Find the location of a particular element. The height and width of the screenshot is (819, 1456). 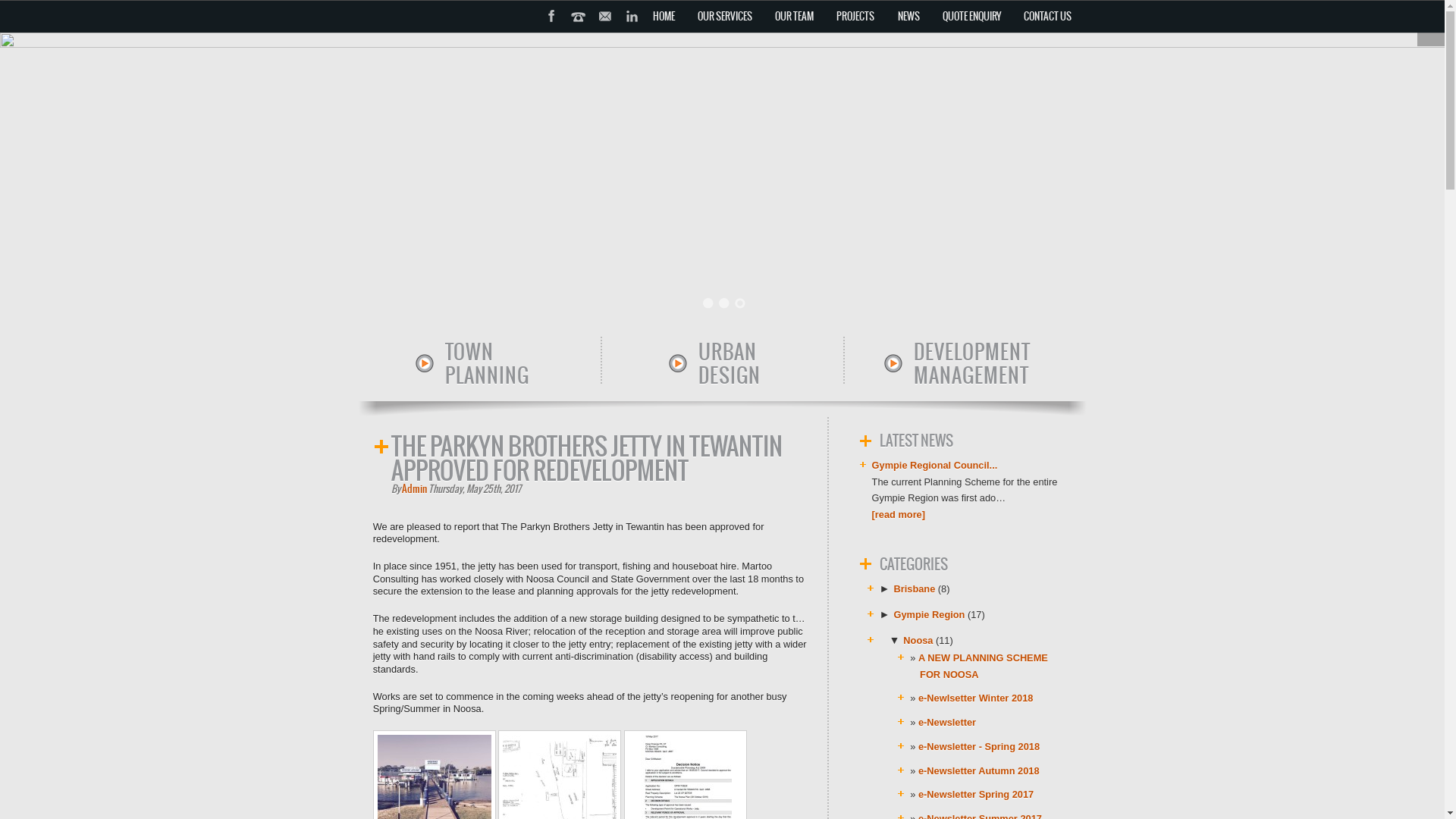

'TOWN is located at coordinates (415, 363).